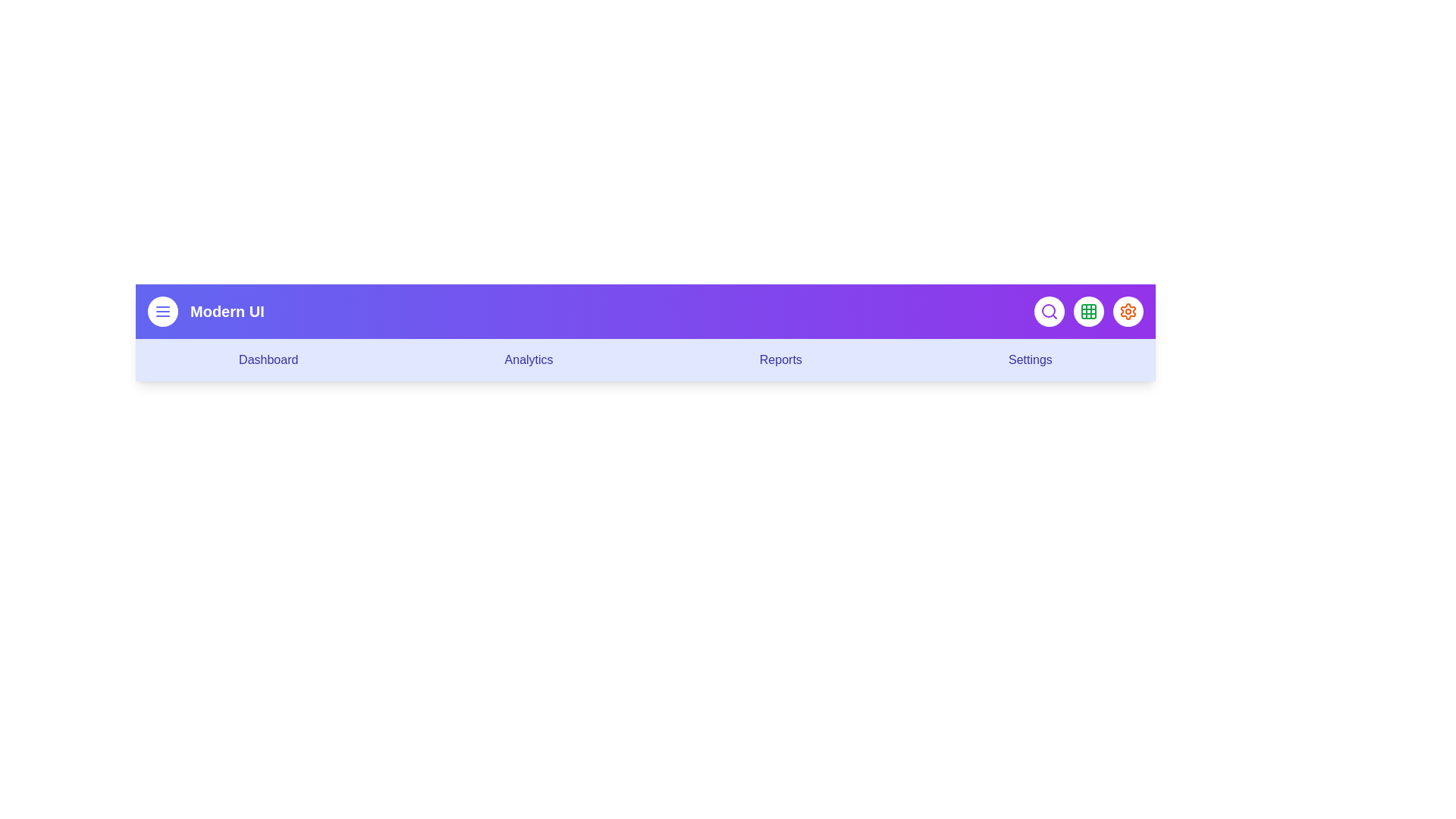 Image resolution: width=1456 pixels, height=819 pixels. What do you see at coordinates (1087, 311) in the screenshot?
I see `the grid button to access grid-related features` at bounding box center [1087, 311].